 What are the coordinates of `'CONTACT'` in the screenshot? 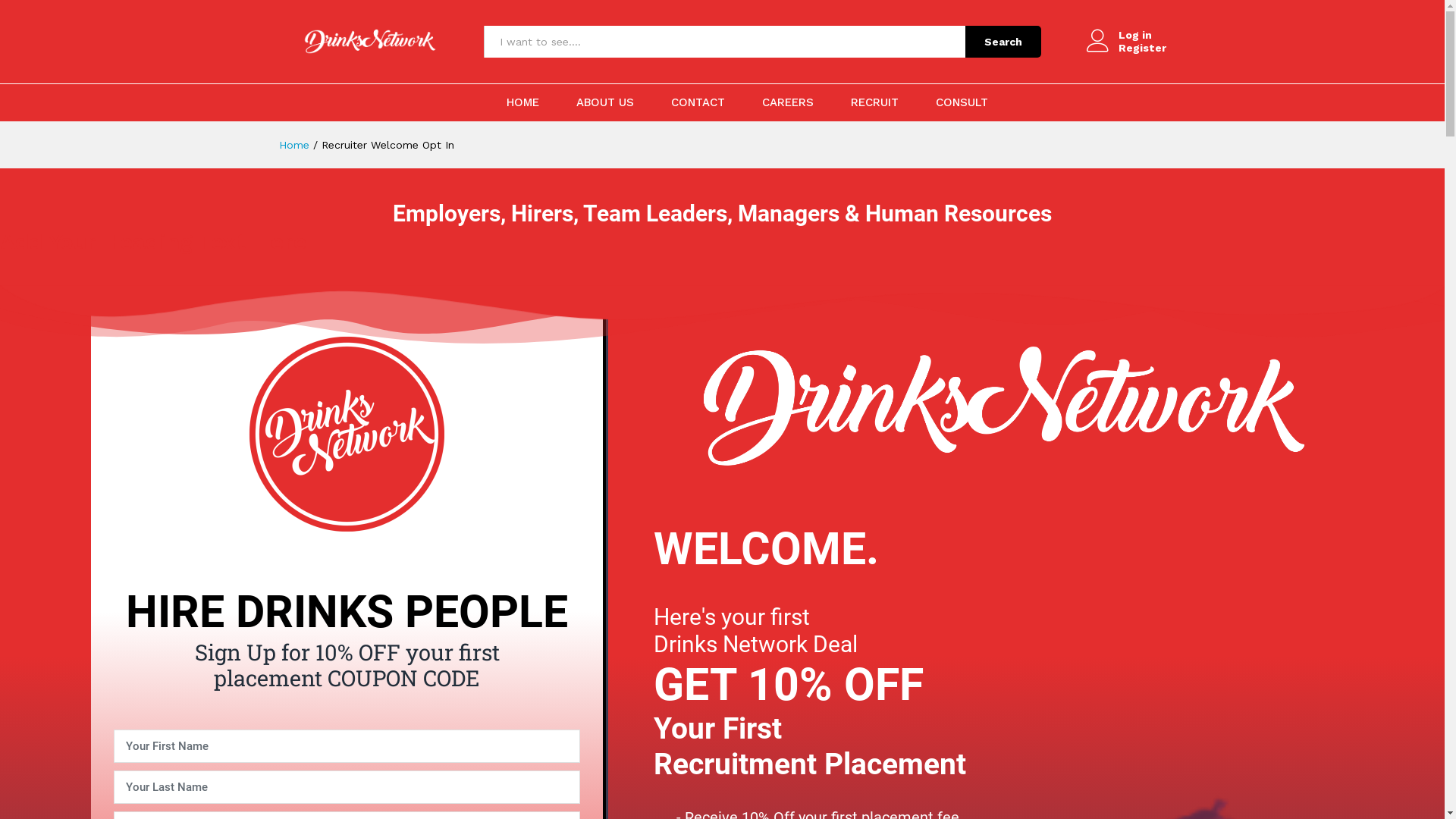 It's located at (669, 102).